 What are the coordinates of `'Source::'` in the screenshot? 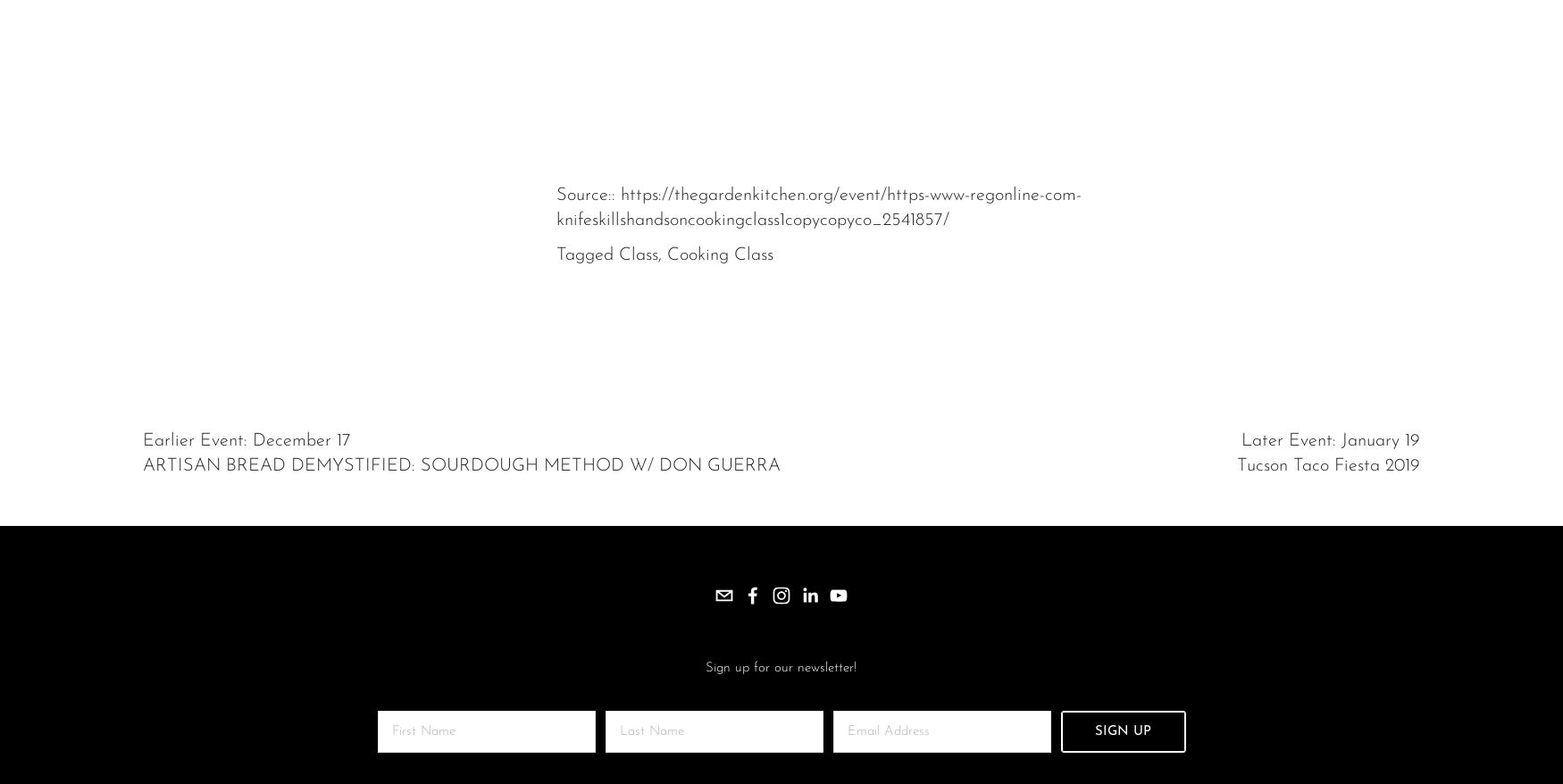 It's located at (588, 194).